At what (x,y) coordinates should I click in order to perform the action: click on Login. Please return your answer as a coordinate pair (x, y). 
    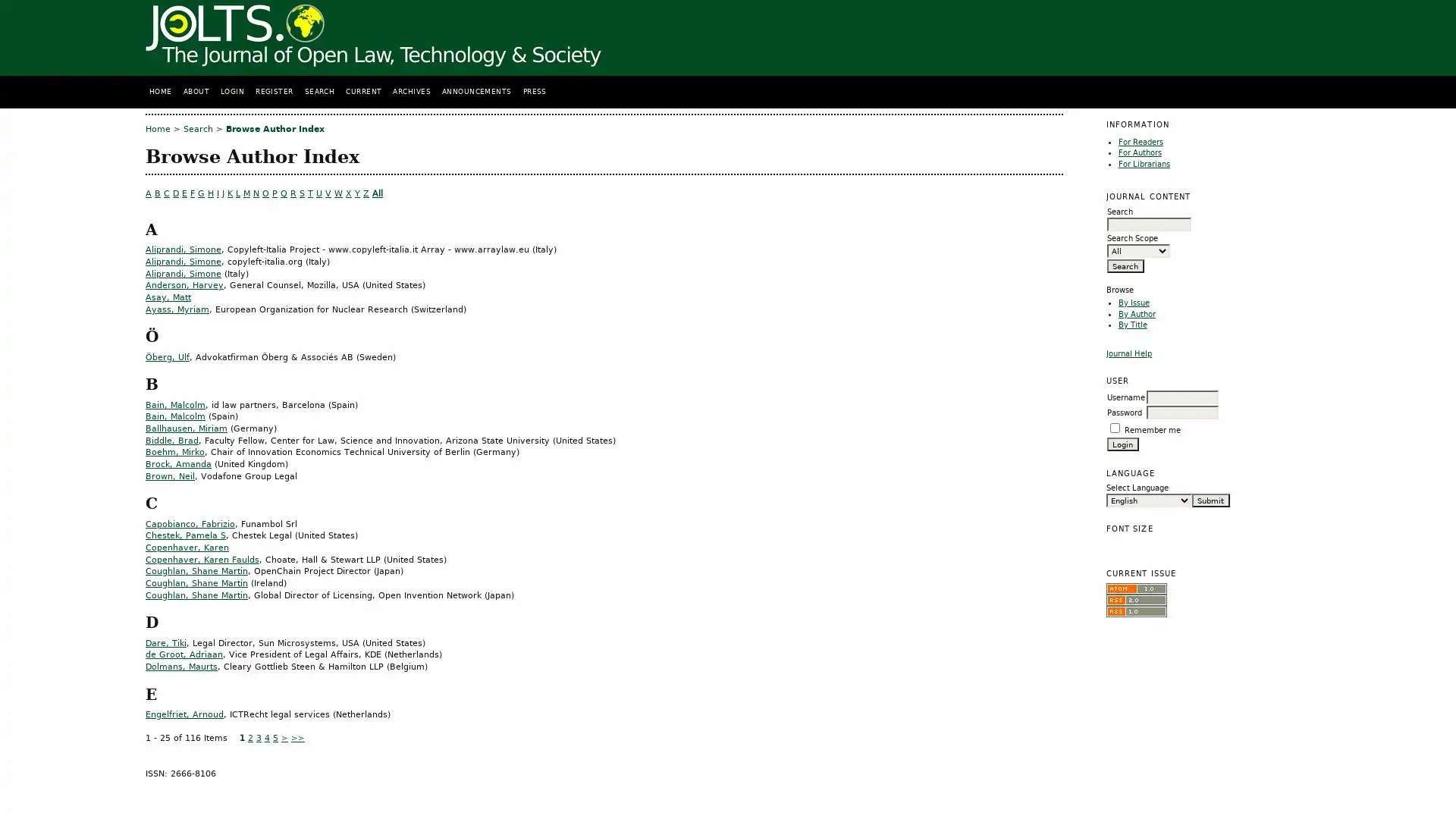
    Looking at the image, I should click on (1122, 444).